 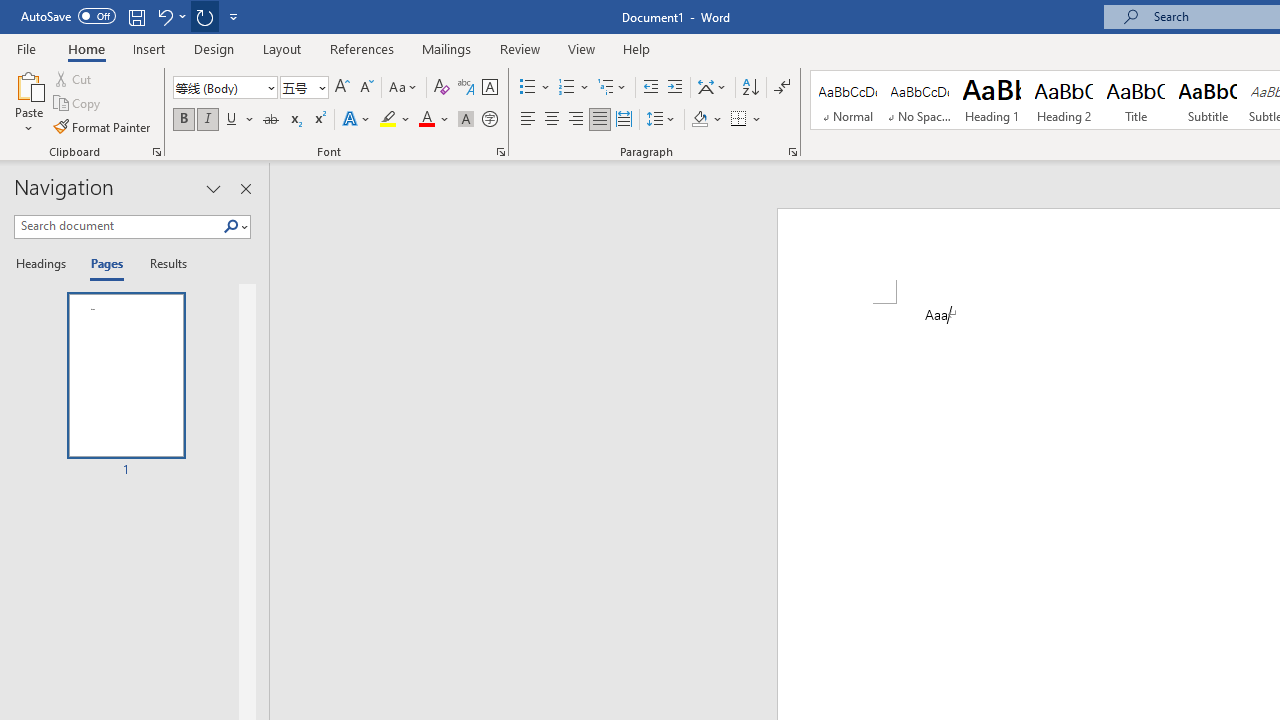 What do you see at coordinates (26, 47) in the screenshot?
I see `'File Tab'` at bounding box center [26, 47].